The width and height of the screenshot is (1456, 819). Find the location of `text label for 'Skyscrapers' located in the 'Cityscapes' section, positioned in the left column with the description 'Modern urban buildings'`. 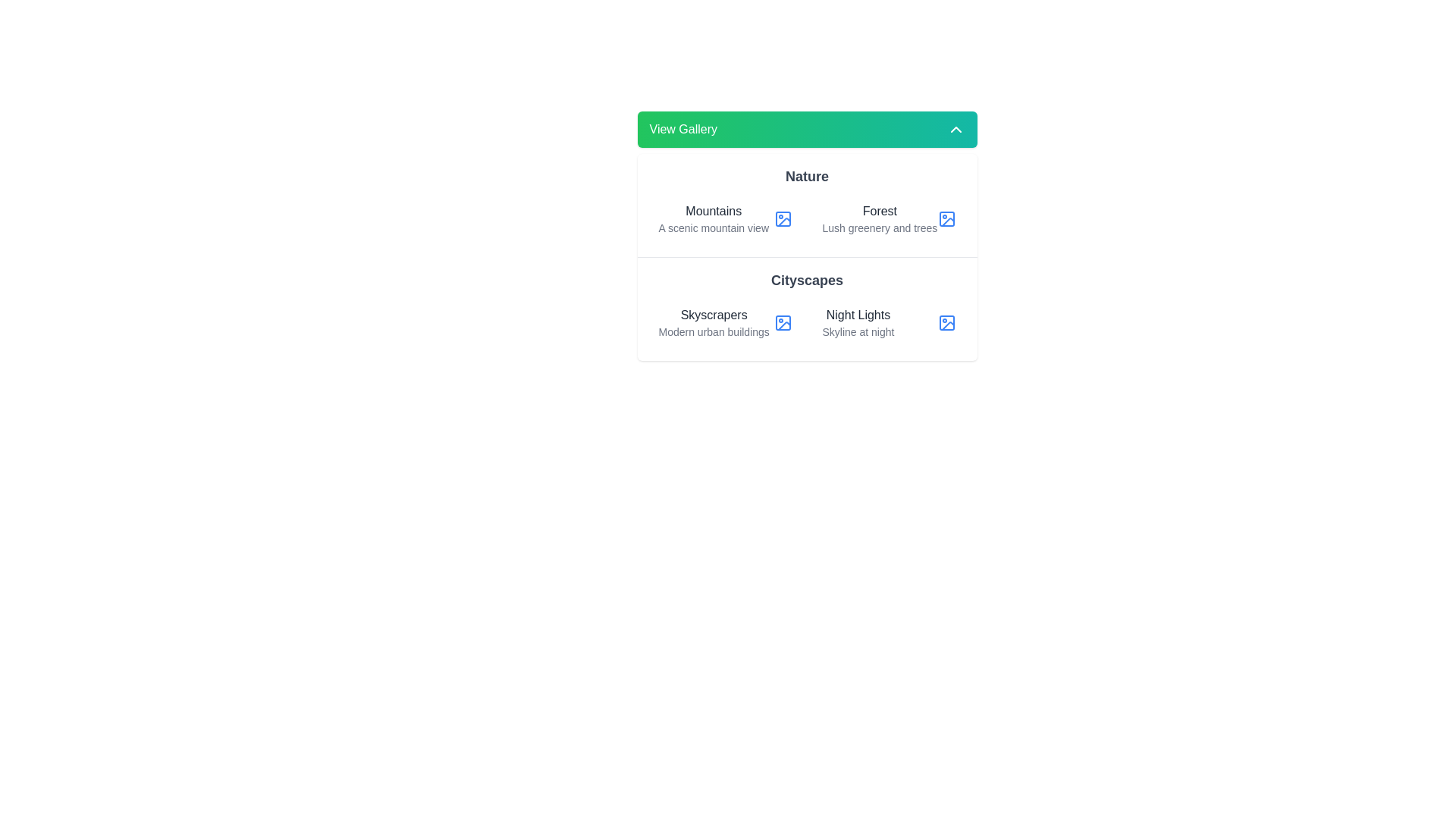

text label for 'Skyscrapers' located in the 'Cityscapes' section, positioned in the left column with the description 'Modern urban buildings' is located at coordinates (713, 322).